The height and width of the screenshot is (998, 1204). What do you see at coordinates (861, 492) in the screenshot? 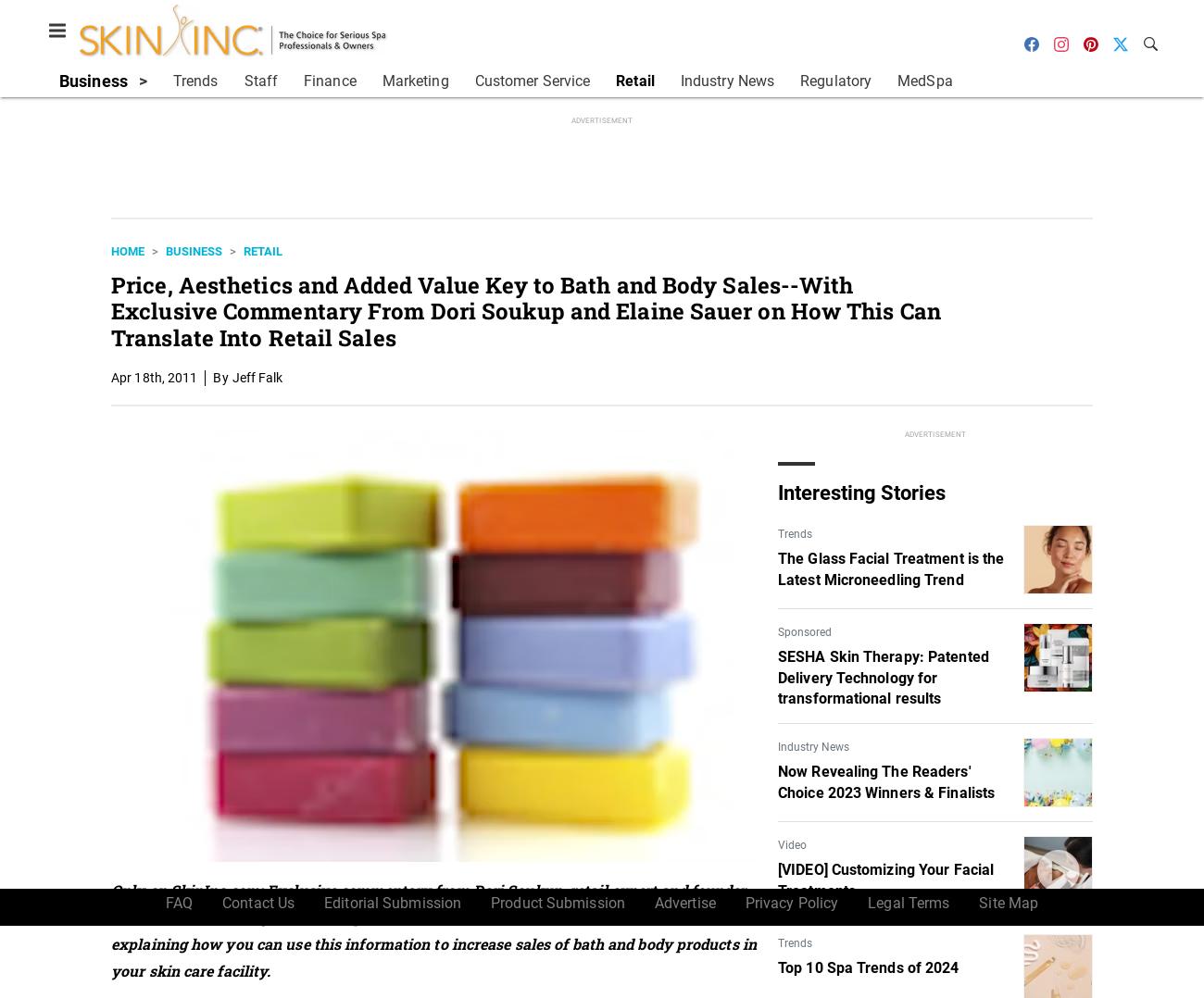
I see `'Interesting Stories'` at bounding box center [861, 492].